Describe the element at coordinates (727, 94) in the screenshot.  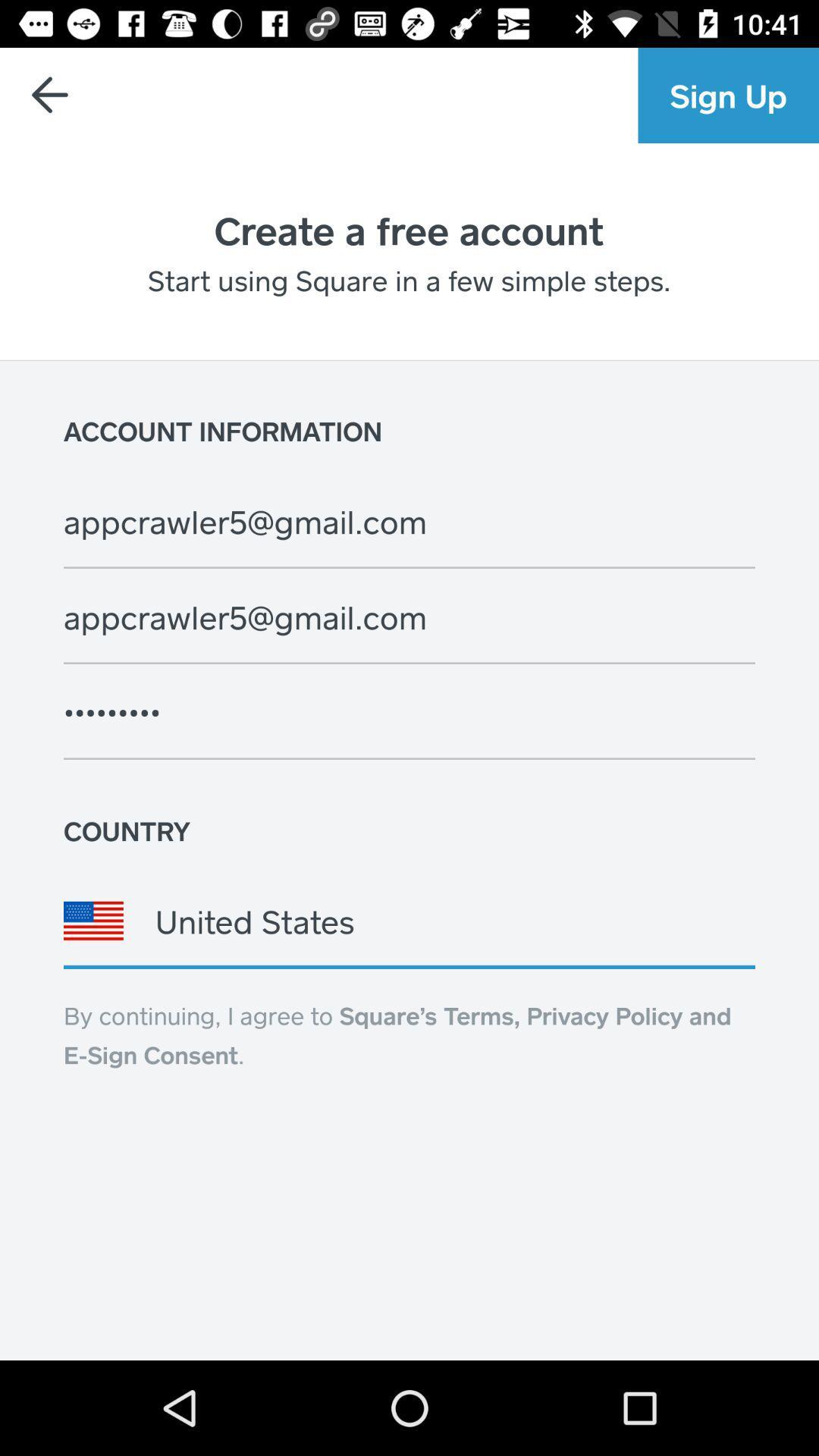
I see `sign up icon` at that location.